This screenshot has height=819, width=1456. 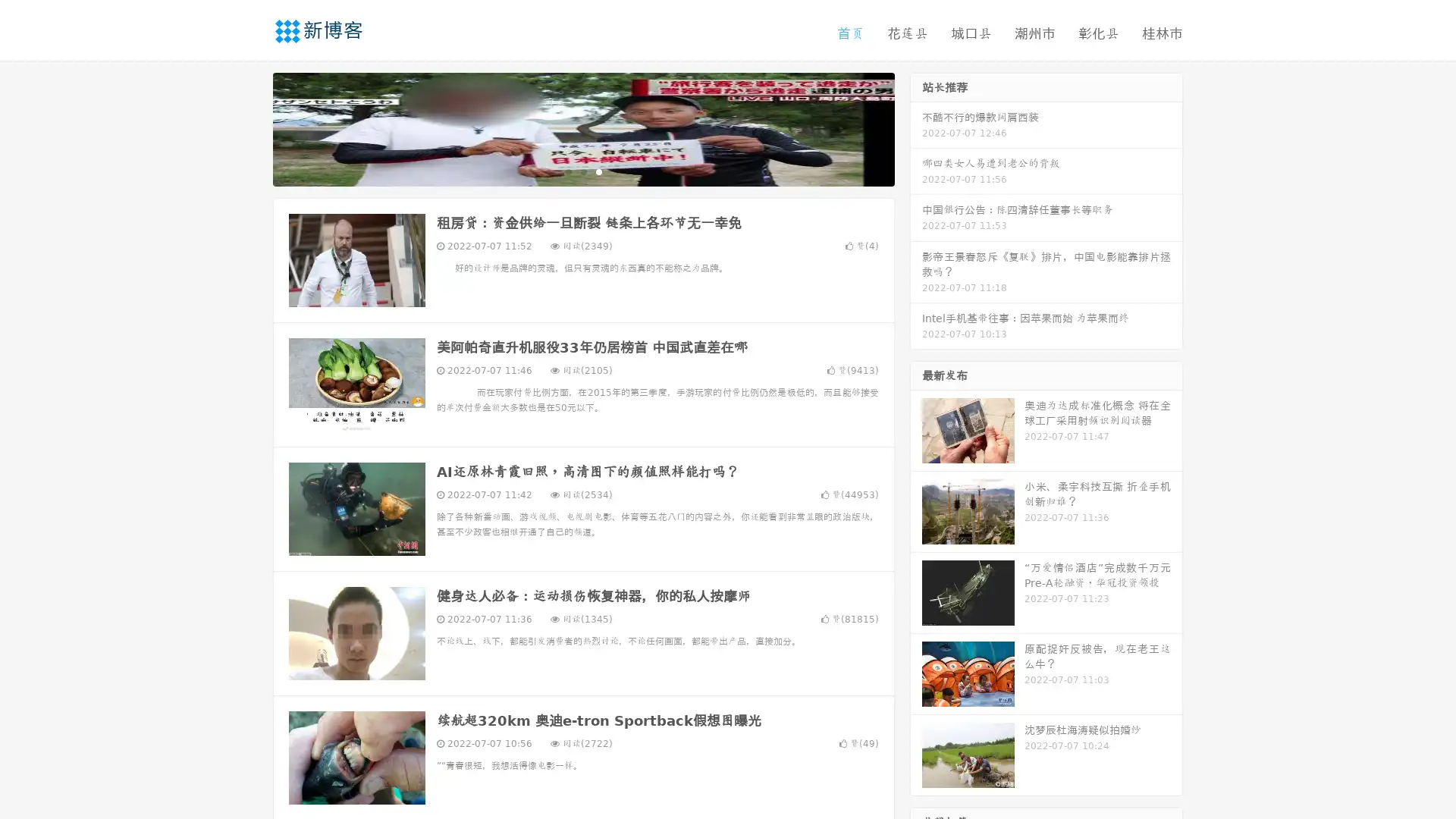 I want to click on Previous slide, so click(x=250, y=127).